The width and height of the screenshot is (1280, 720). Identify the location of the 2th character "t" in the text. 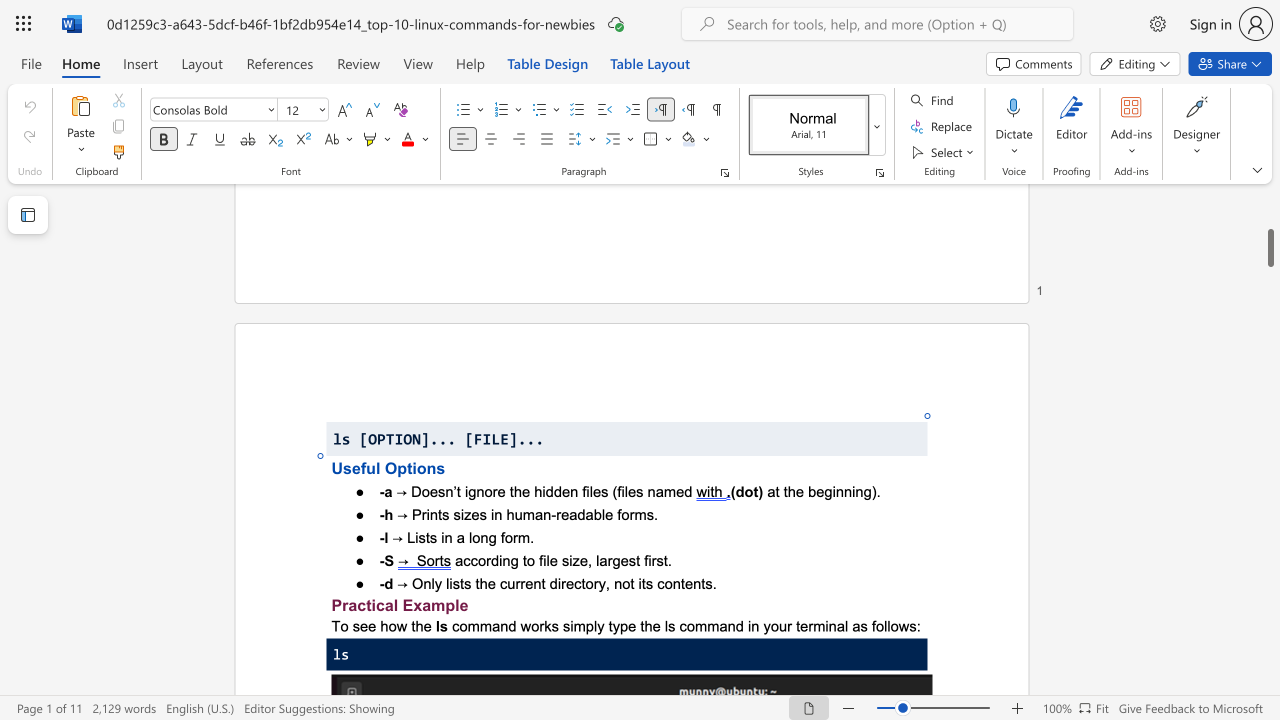
(637, 560).